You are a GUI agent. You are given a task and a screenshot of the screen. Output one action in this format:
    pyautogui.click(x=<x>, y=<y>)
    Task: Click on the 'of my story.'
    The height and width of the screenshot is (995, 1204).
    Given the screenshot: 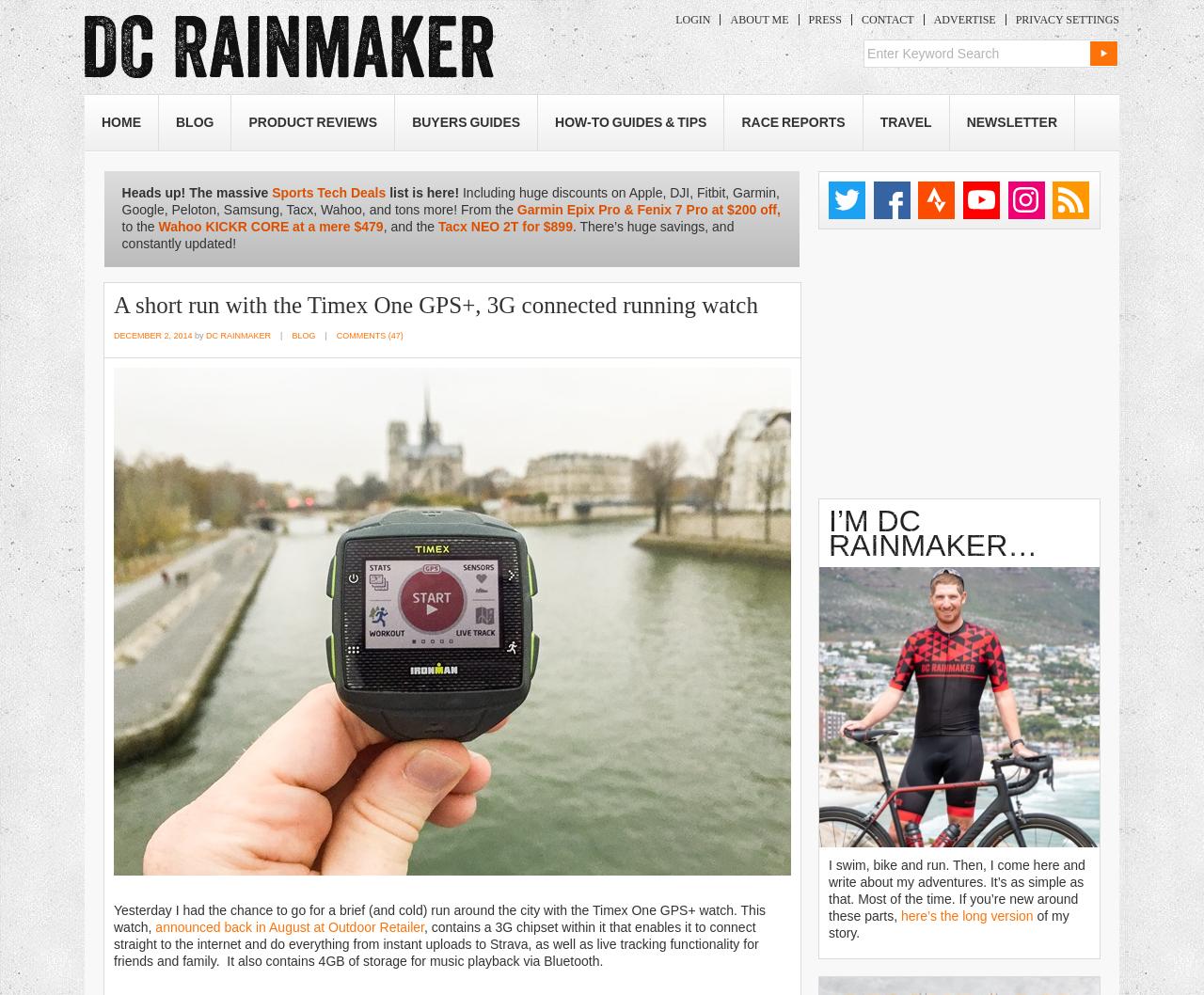 What is the action you would take?
    pyautogui.click(x=948, y=923)
    